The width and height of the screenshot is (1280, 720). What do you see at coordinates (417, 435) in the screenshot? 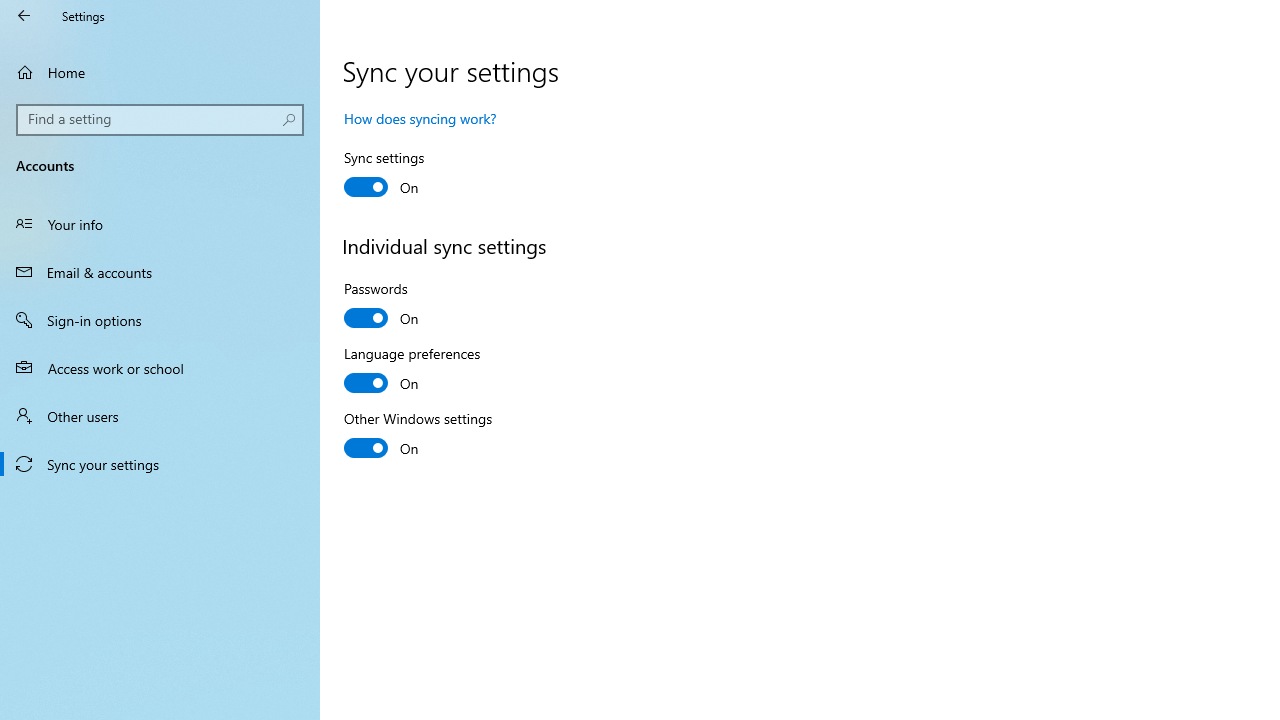
I see `'Other Windows settings'` at bounding box center [417, 435].